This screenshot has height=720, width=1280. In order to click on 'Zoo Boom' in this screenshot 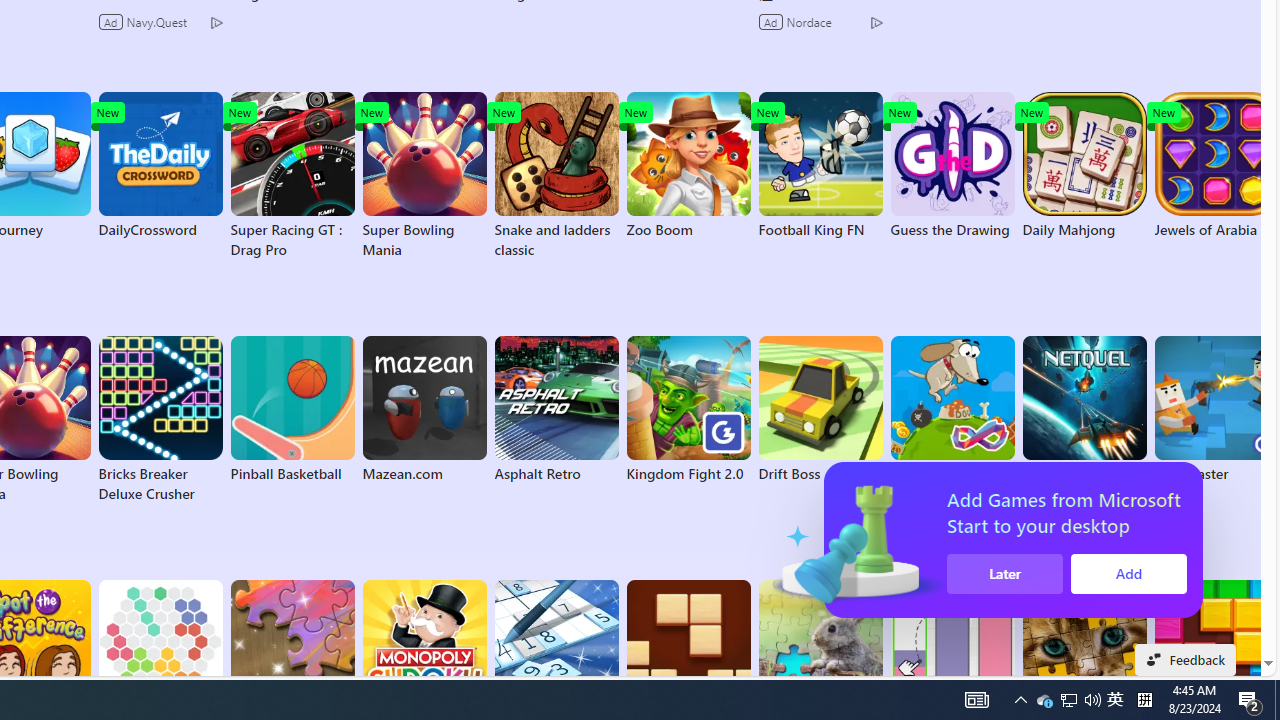, I will do `click(688, 164)`.